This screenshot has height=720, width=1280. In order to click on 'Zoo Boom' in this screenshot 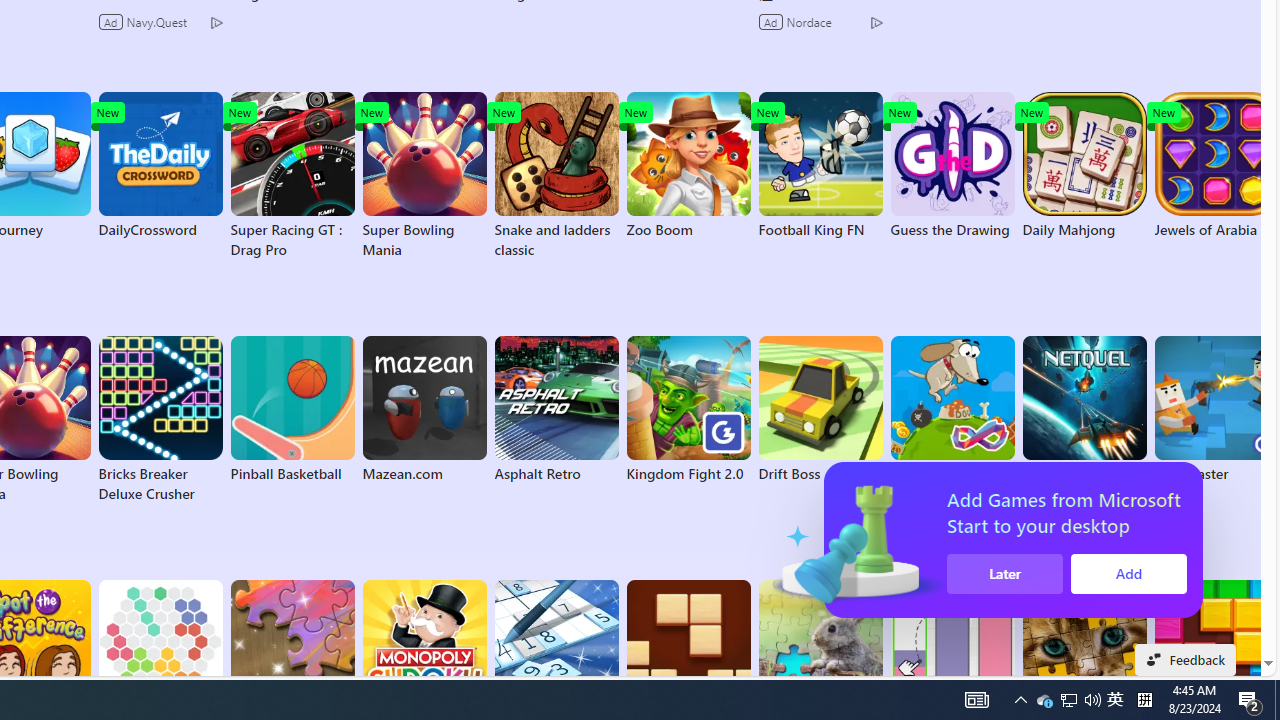, I will do `click(688, 164)`.